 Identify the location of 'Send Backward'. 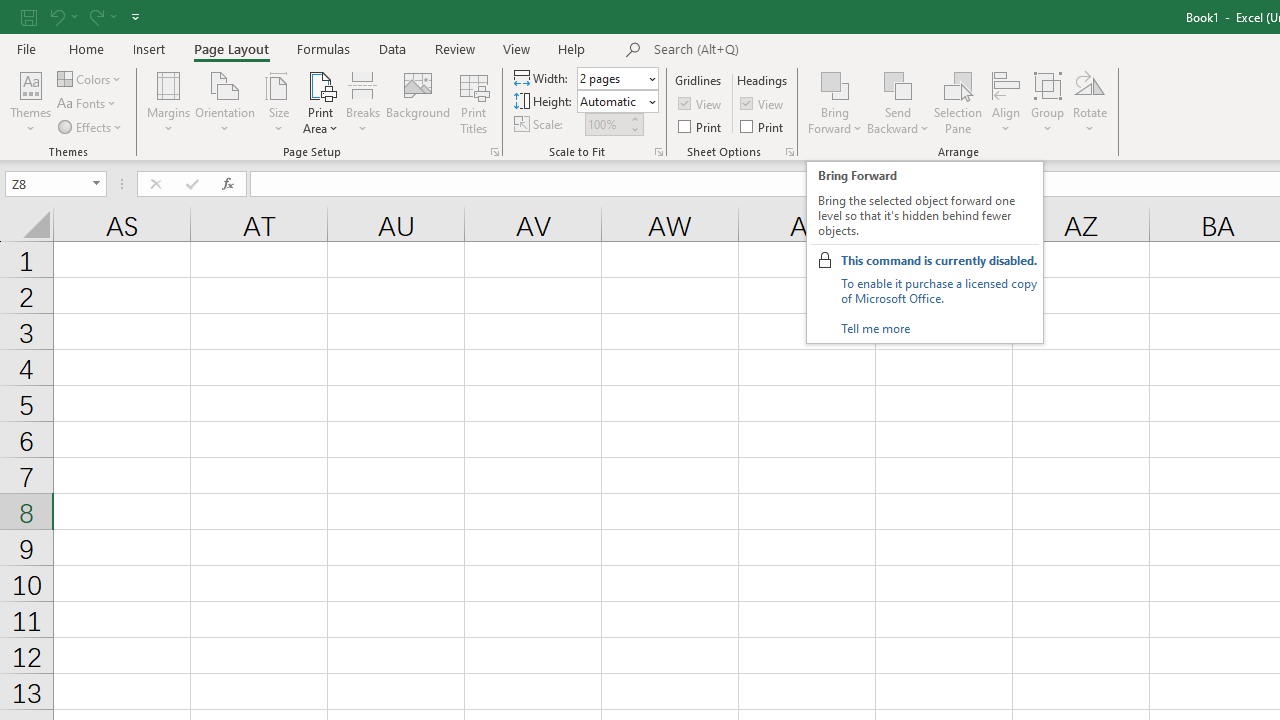
(897, 103).